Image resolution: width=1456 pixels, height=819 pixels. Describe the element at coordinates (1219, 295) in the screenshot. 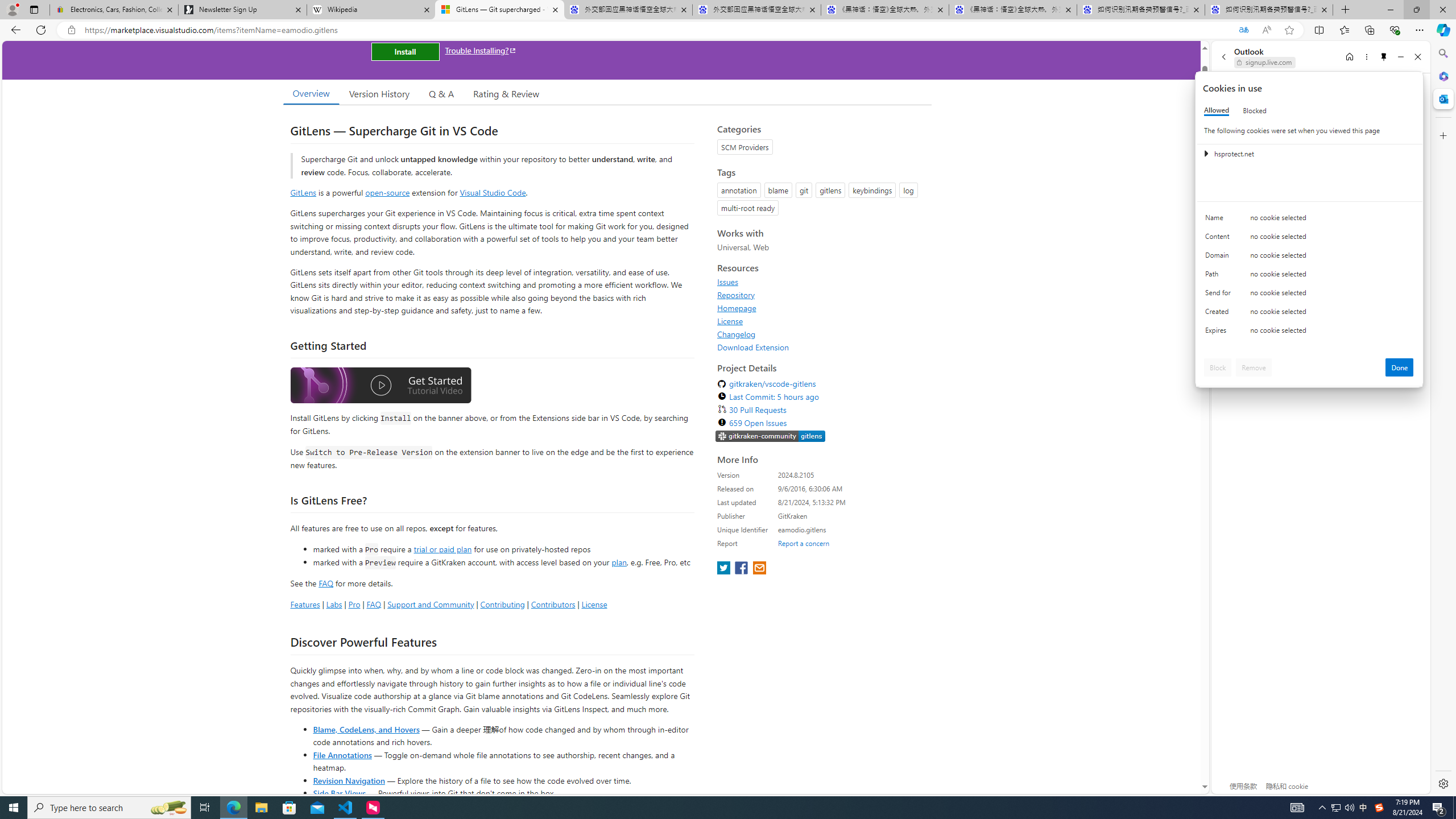

I see `'Send for'` at that location.